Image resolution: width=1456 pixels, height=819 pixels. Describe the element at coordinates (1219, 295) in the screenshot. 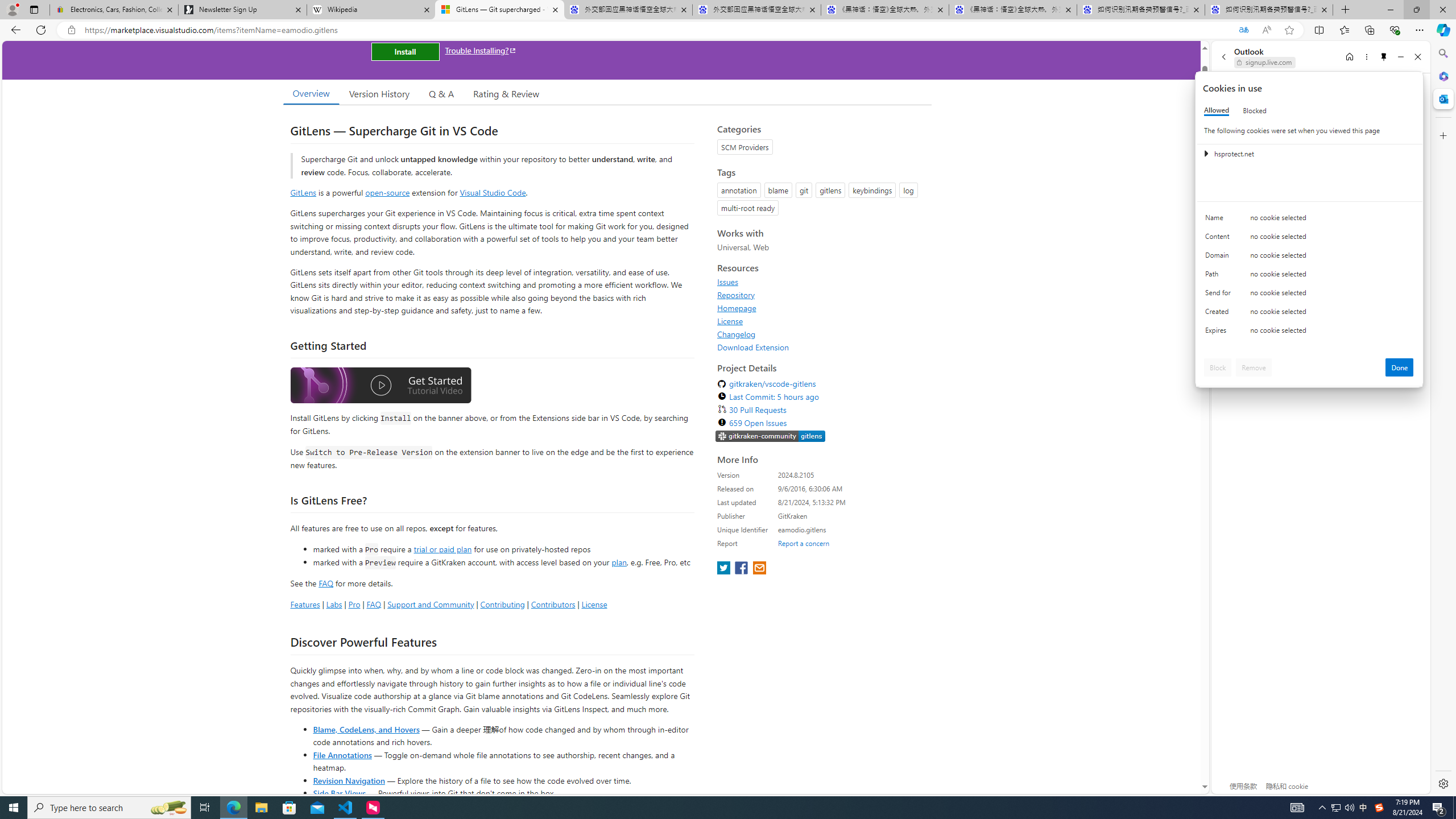

I see `'Send for'` at that location.